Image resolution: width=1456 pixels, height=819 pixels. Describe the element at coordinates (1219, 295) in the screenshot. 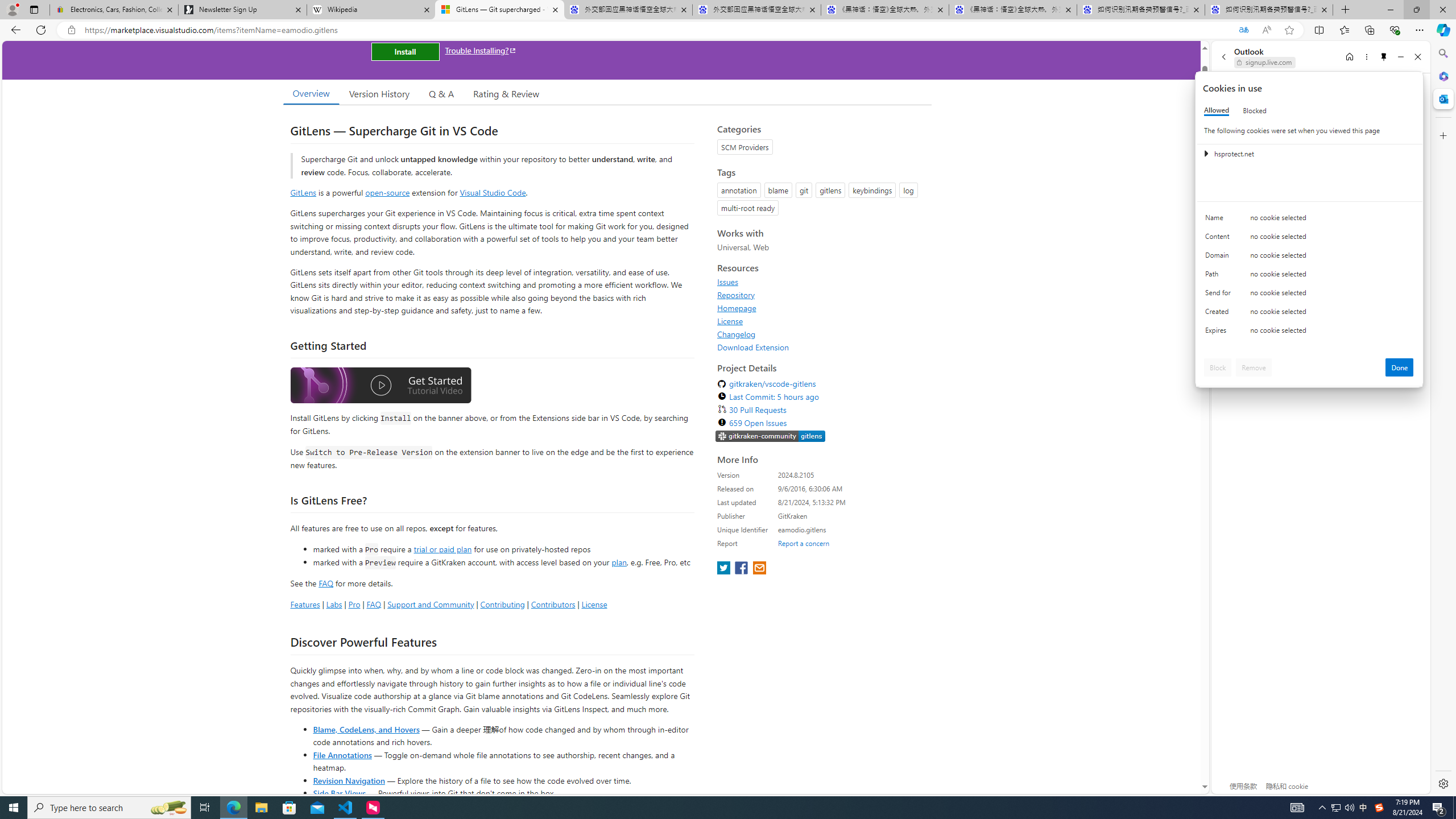

I see `'Send for'` at that location.